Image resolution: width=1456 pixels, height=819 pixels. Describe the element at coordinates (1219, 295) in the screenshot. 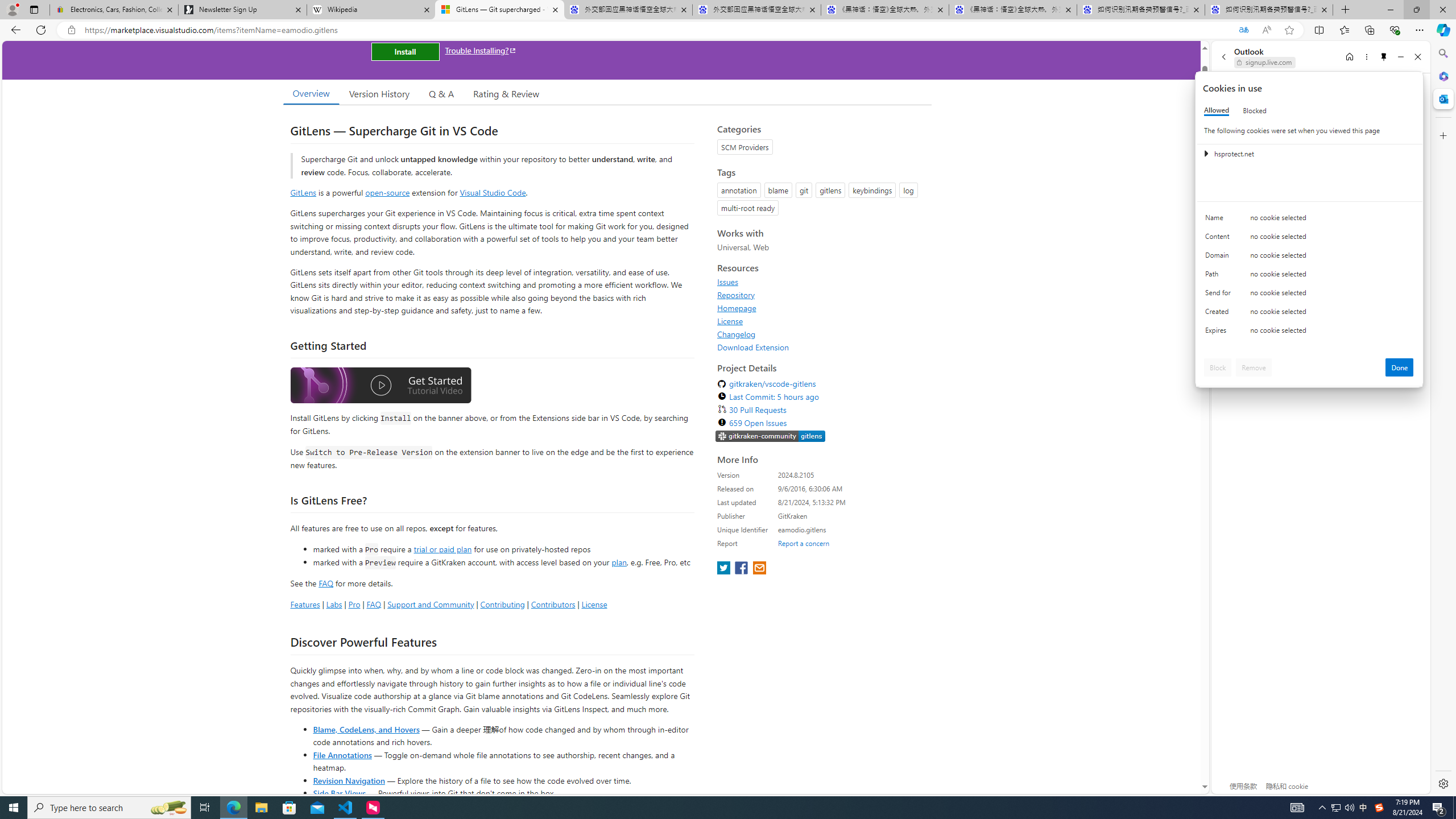

I see `'Send for'` at that location.